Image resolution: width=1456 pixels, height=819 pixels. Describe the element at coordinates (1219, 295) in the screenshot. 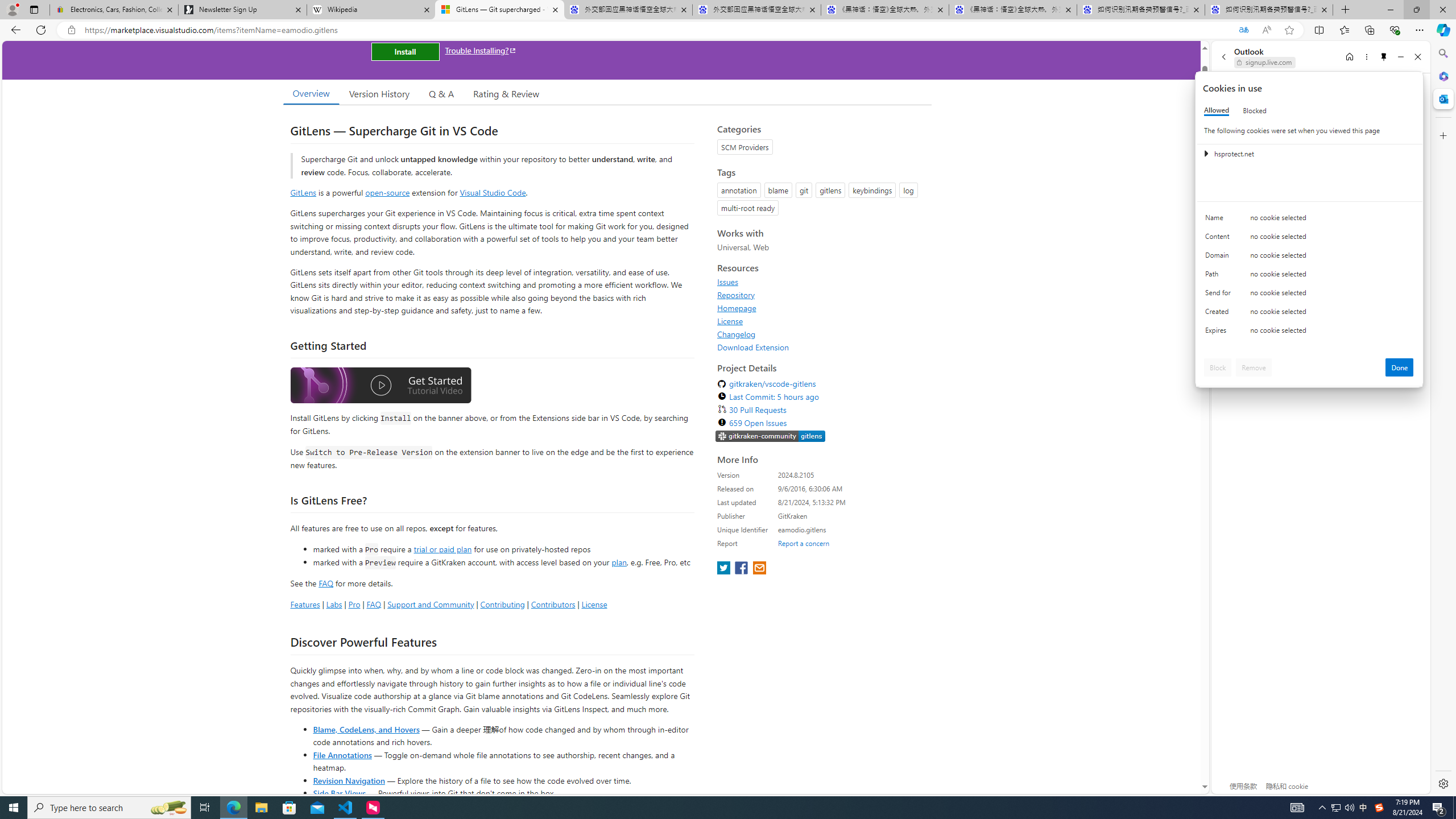

I see `'Send for'` at that location.